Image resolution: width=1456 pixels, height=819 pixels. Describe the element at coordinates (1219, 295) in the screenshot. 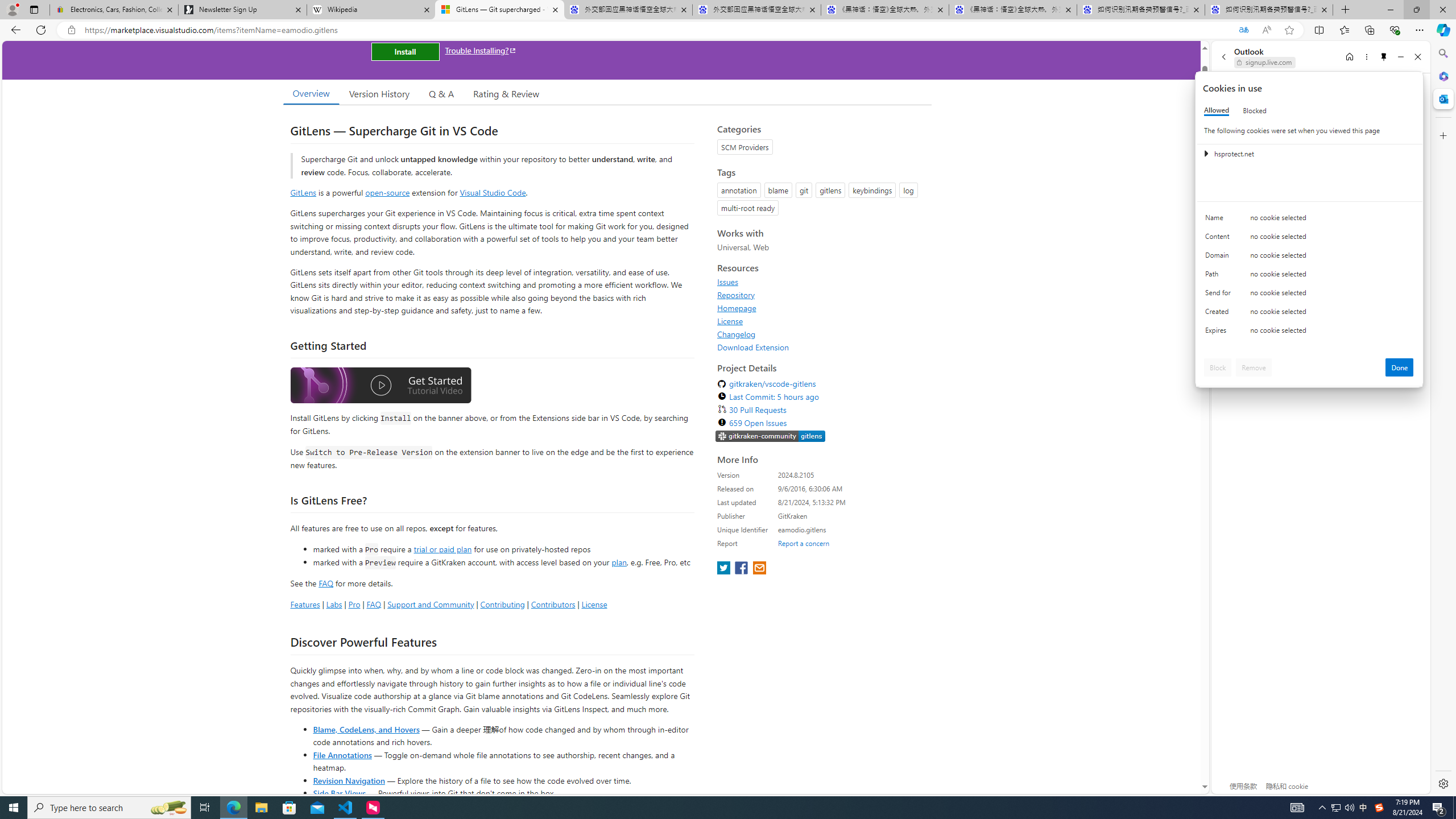

I see `'Send for'` at that location.